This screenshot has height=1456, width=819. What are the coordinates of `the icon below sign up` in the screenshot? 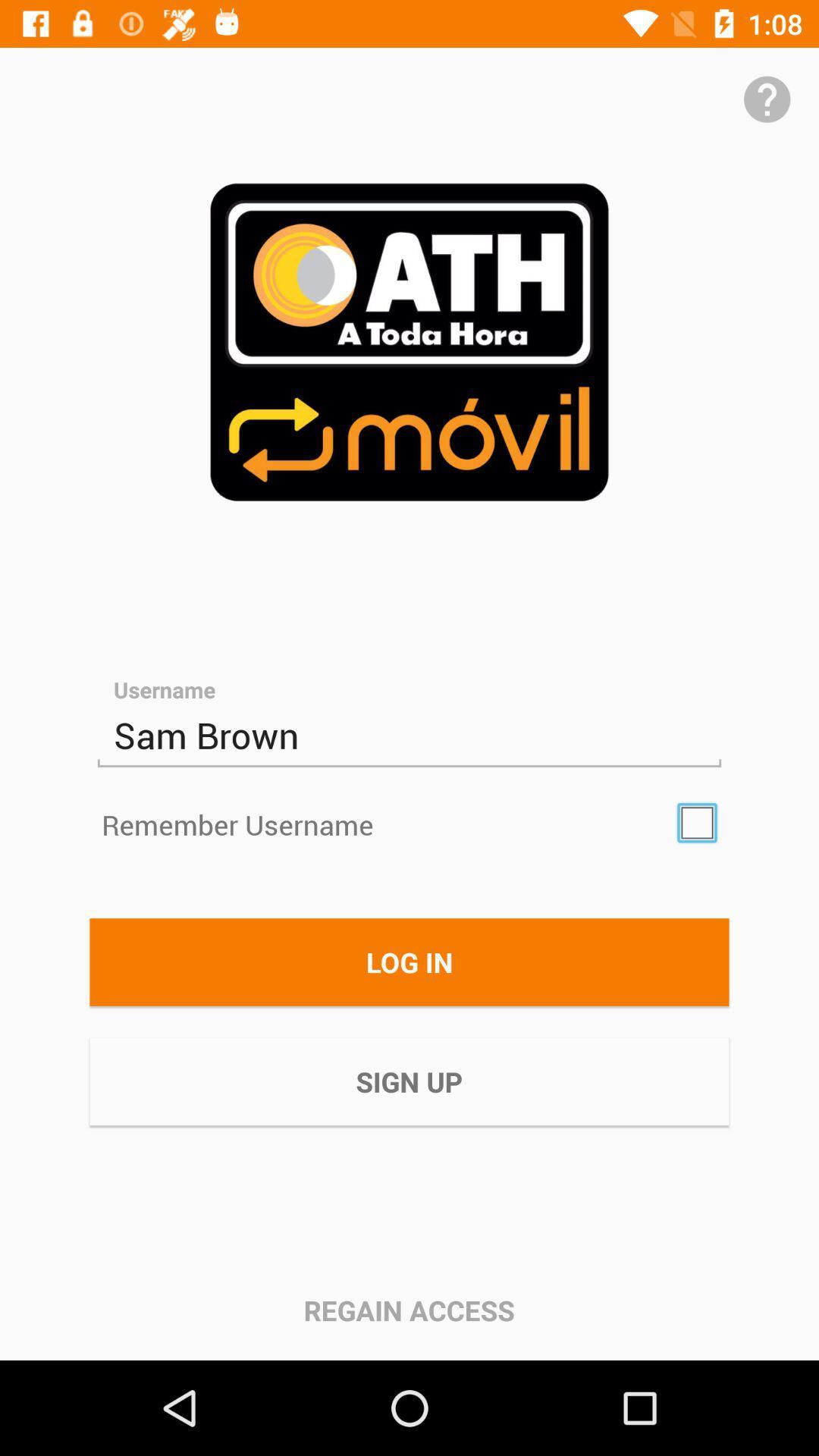 It's located at (408, 1310).